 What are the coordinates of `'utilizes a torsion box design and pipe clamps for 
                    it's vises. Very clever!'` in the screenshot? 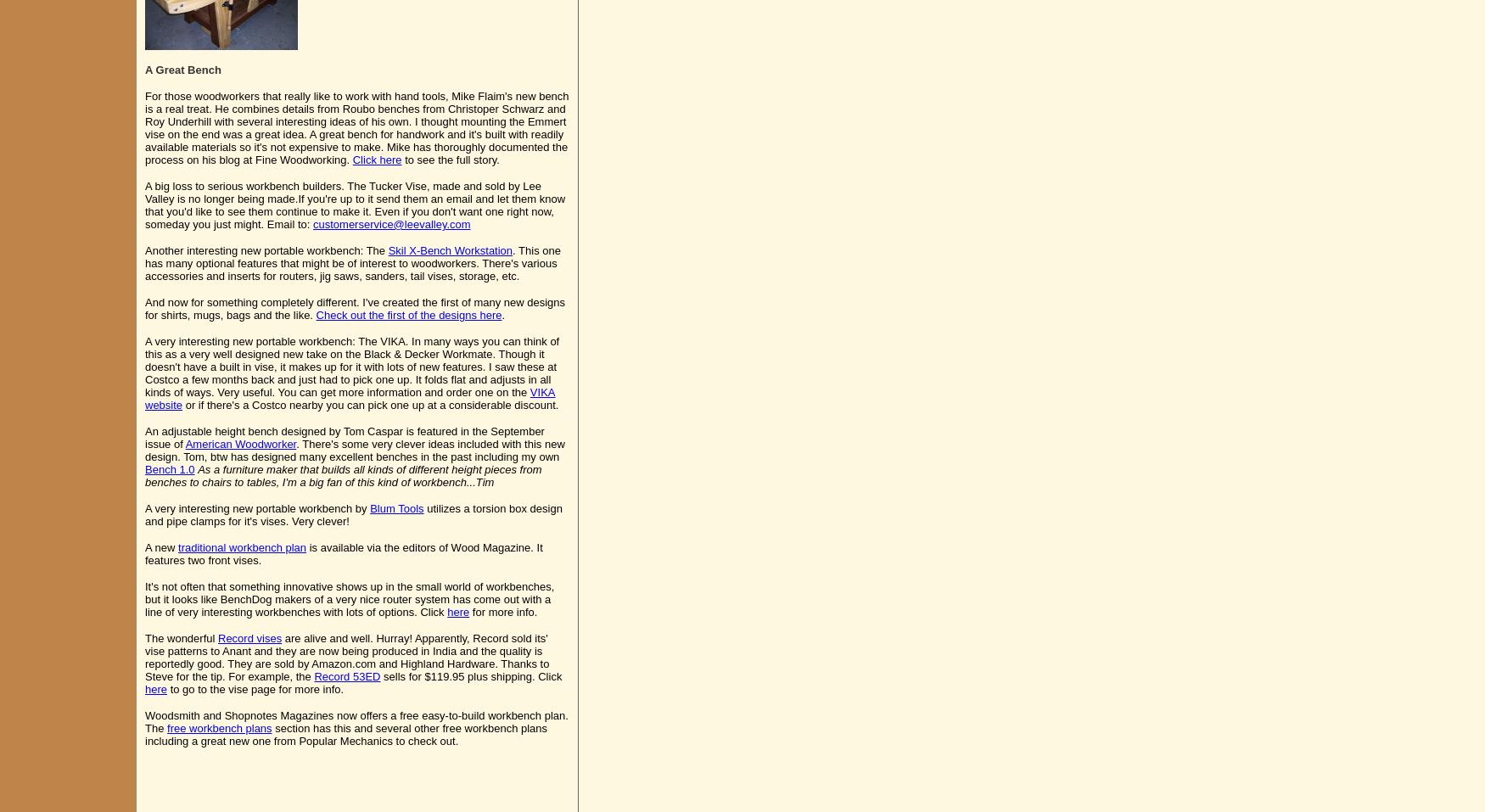 It's located at (352, 514).